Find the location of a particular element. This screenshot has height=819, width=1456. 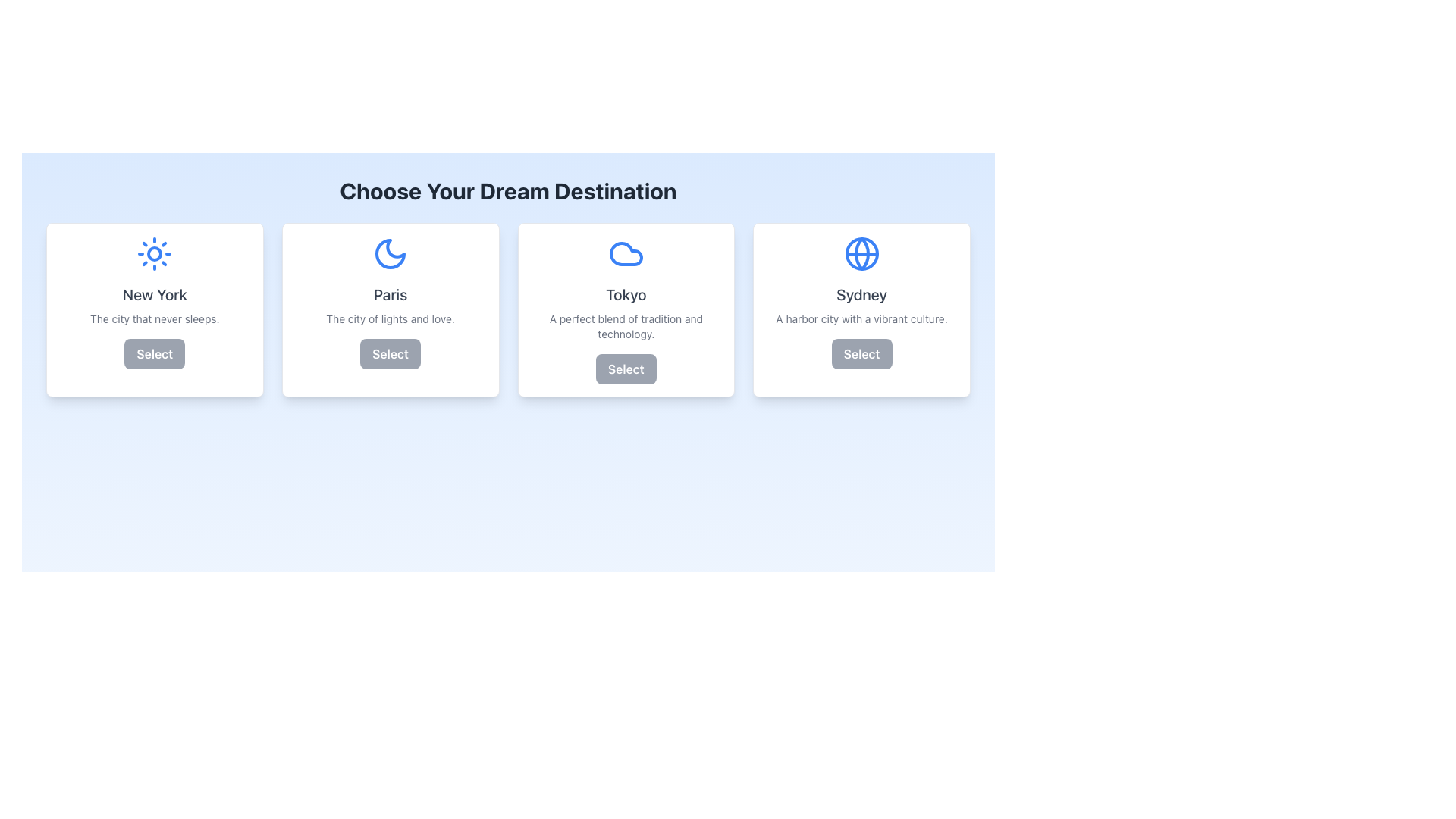

the 'Select' button with rounded corners and a gray background at the bottom center of the 'Paris' card is located at coordinates (391, 353).